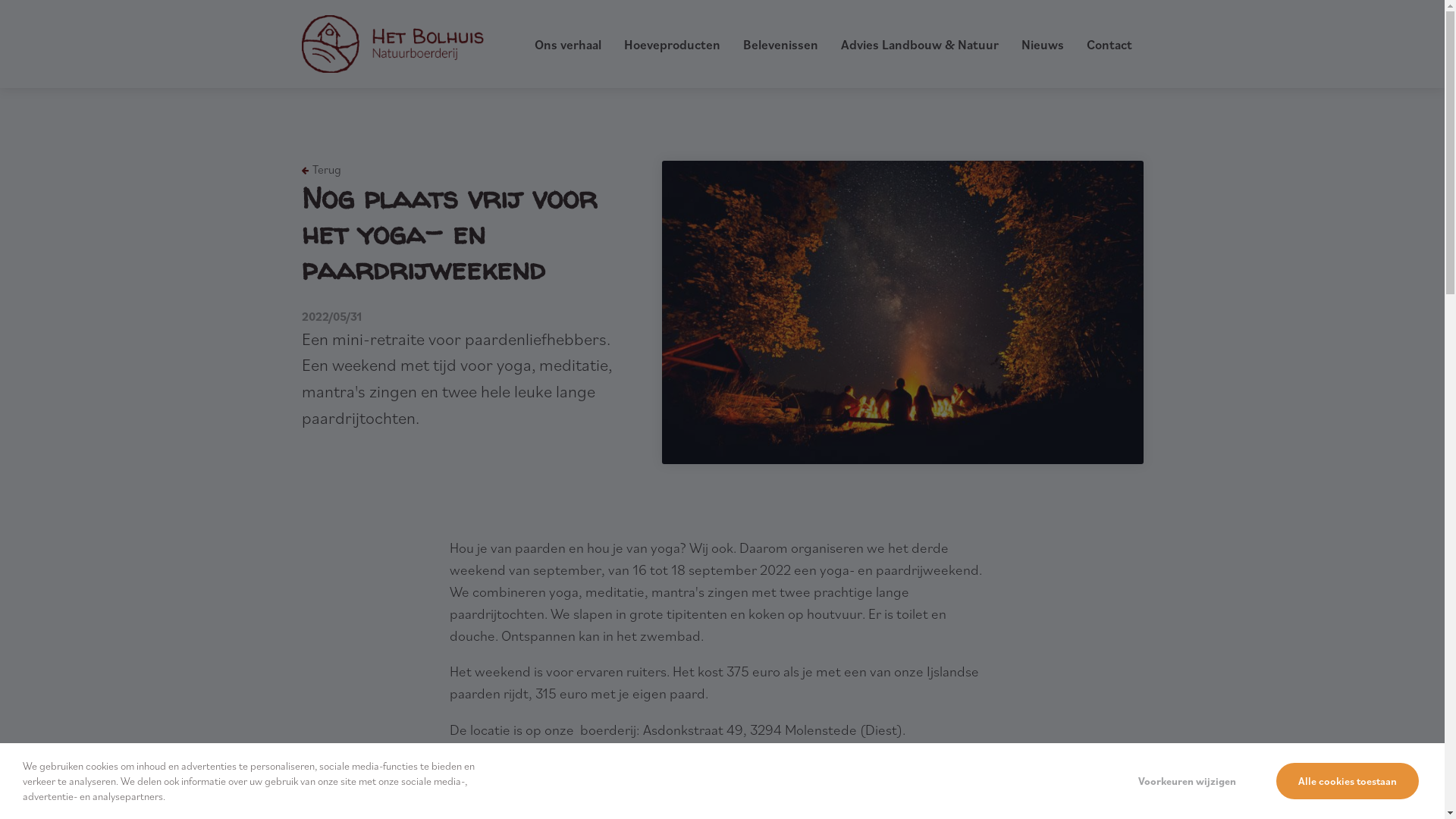  I want to click on 'Contact', so click(1084, 43).